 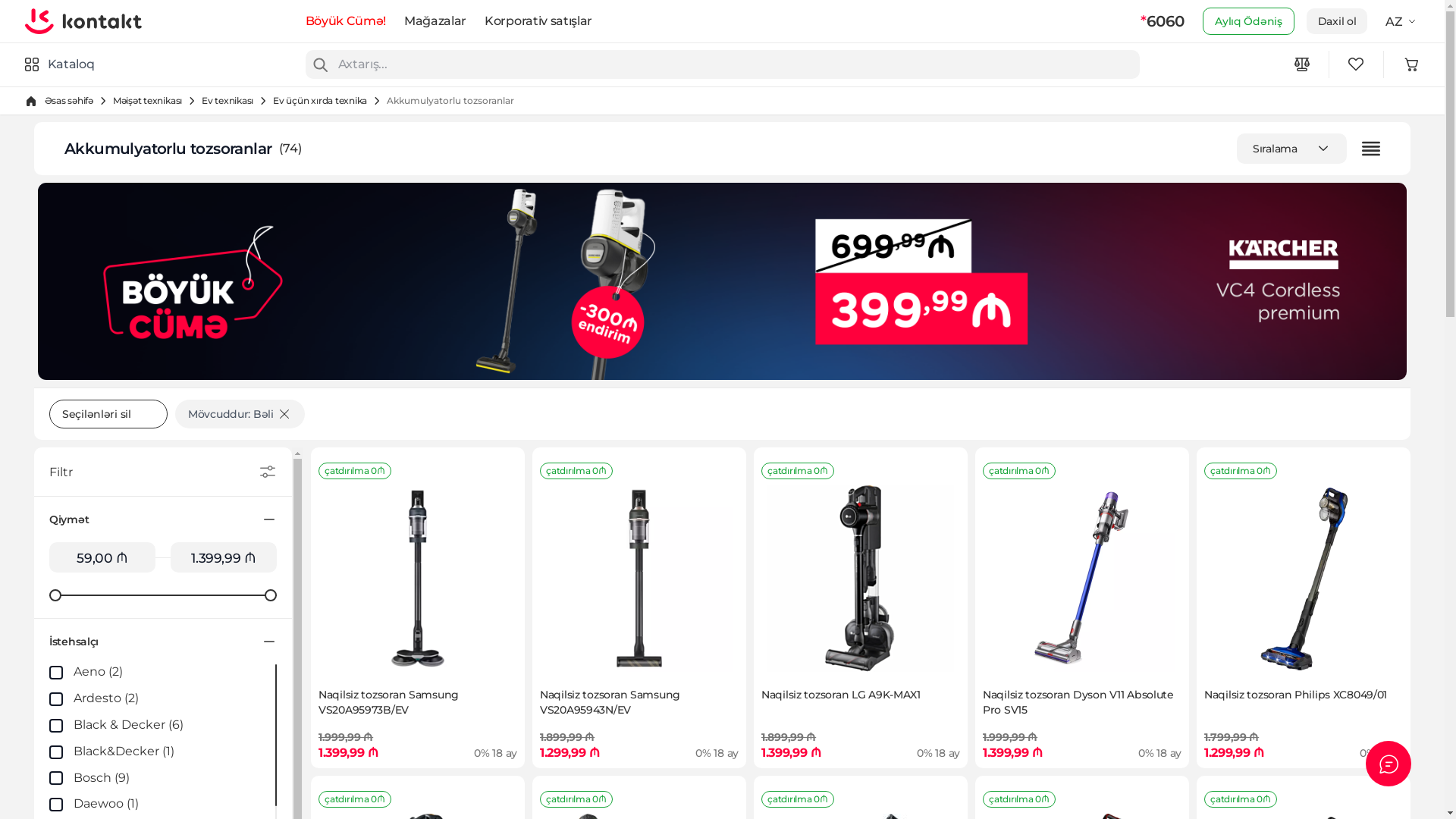 I want to click on 'Daxil ol', so click(x=1337, y=20).